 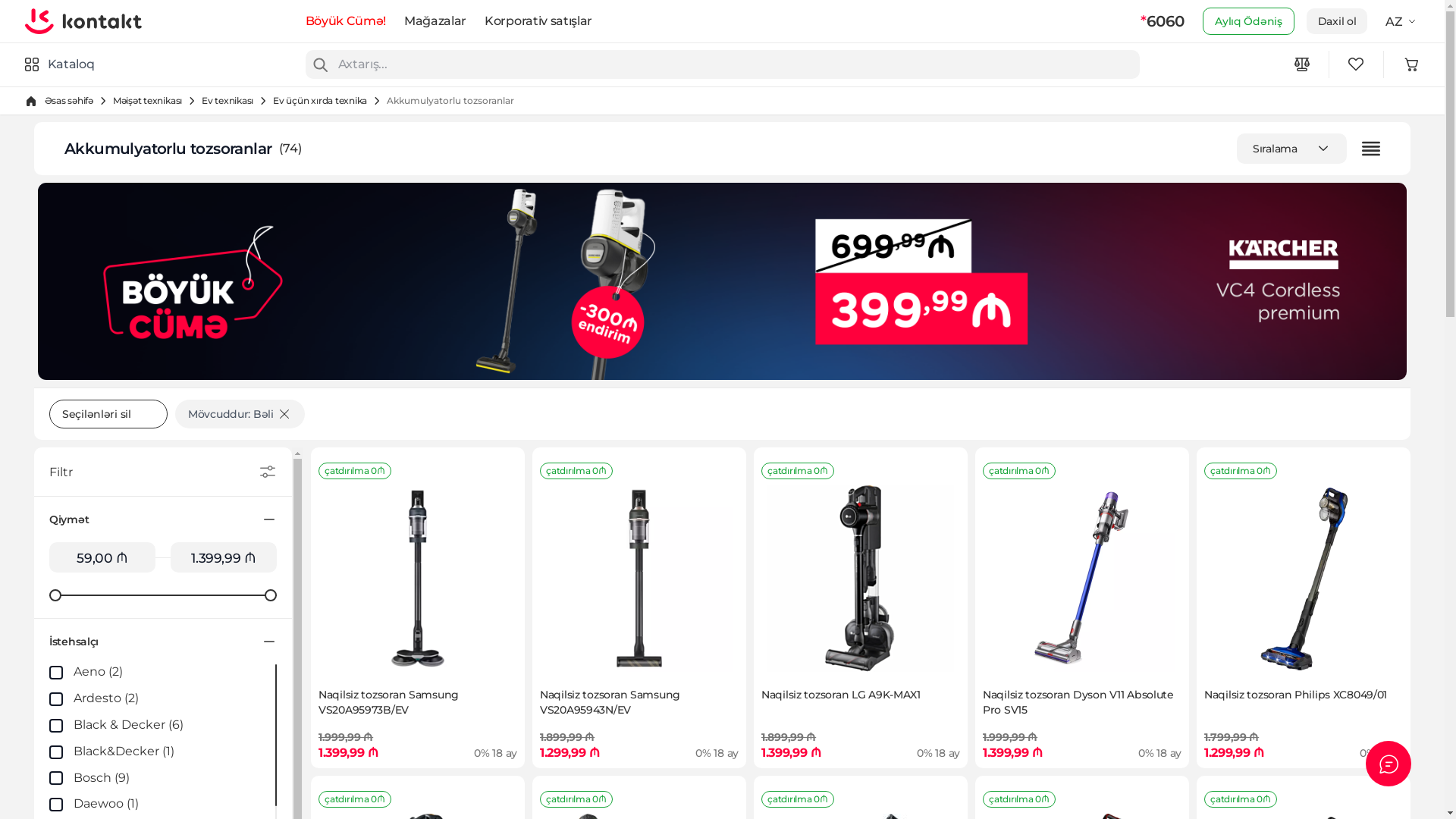 I want to click on 'Daxil ol', so click(x=1337, y=20).